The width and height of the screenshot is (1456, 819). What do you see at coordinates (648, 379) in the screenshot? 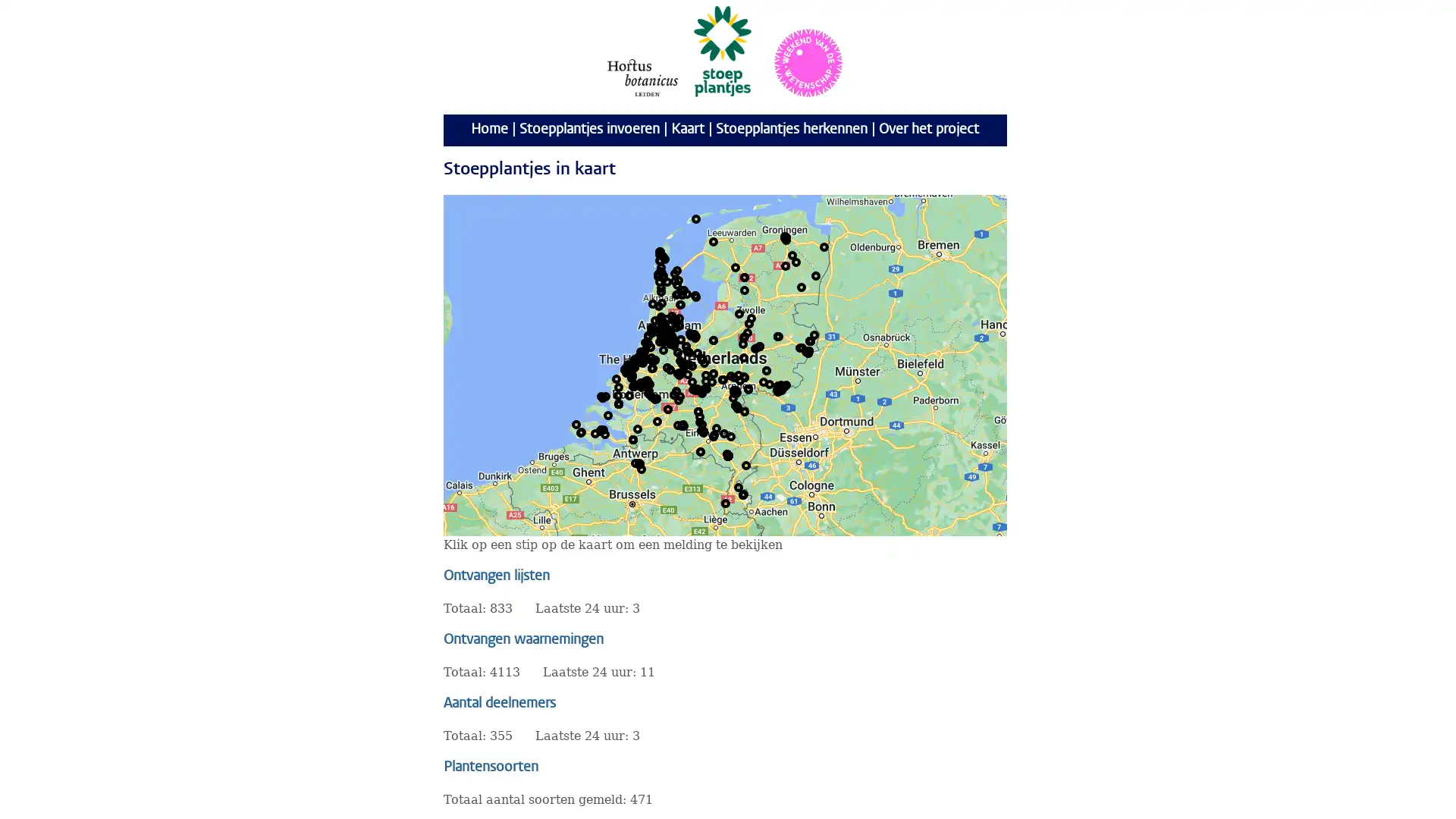
I see `Telling van Josien Hofs op 11 februari 2022` at bounding box center [648, 379].